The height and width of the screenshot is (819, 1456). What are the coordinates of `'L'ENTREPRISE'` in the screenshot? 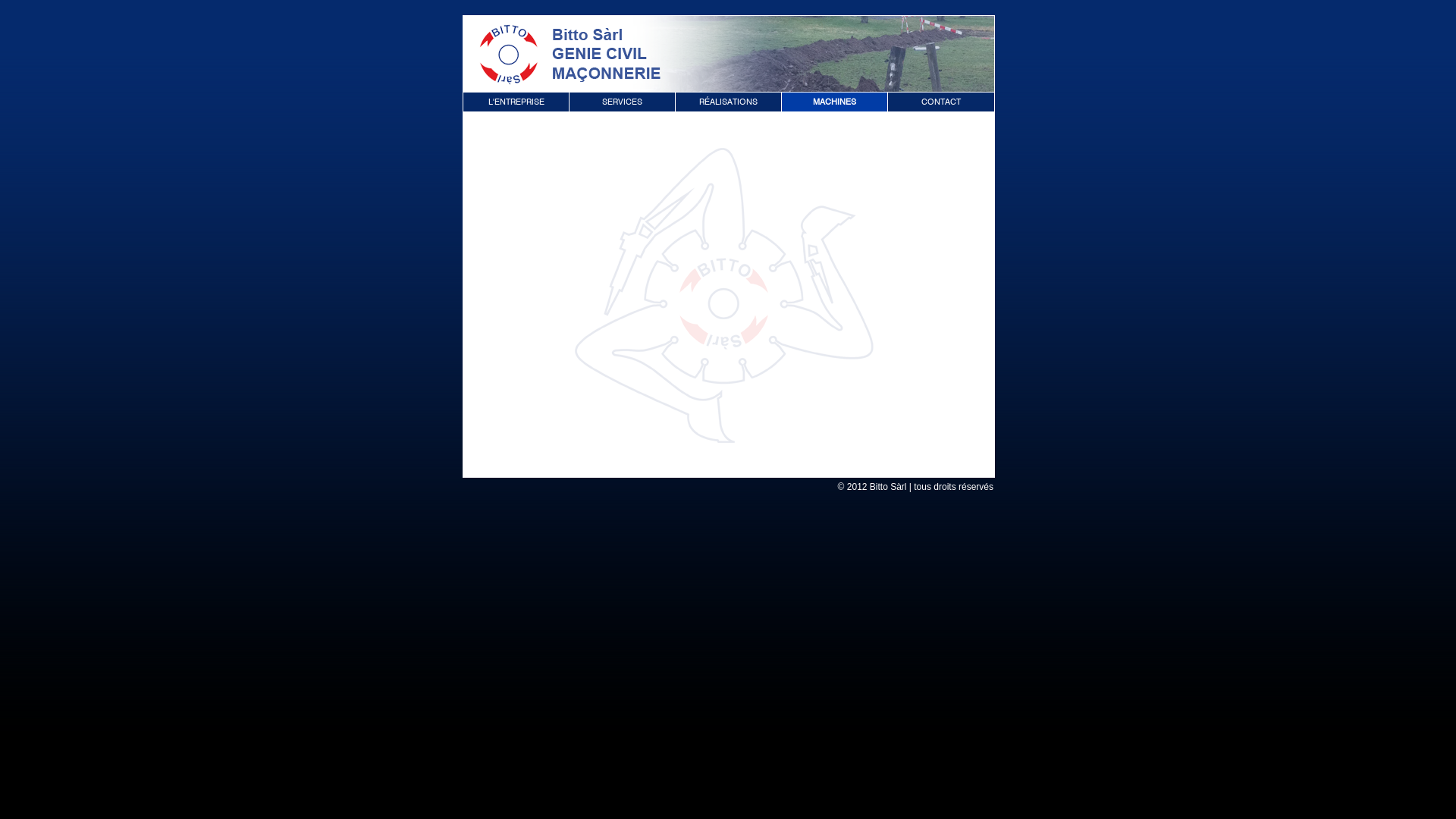 It's located at (516, 100).